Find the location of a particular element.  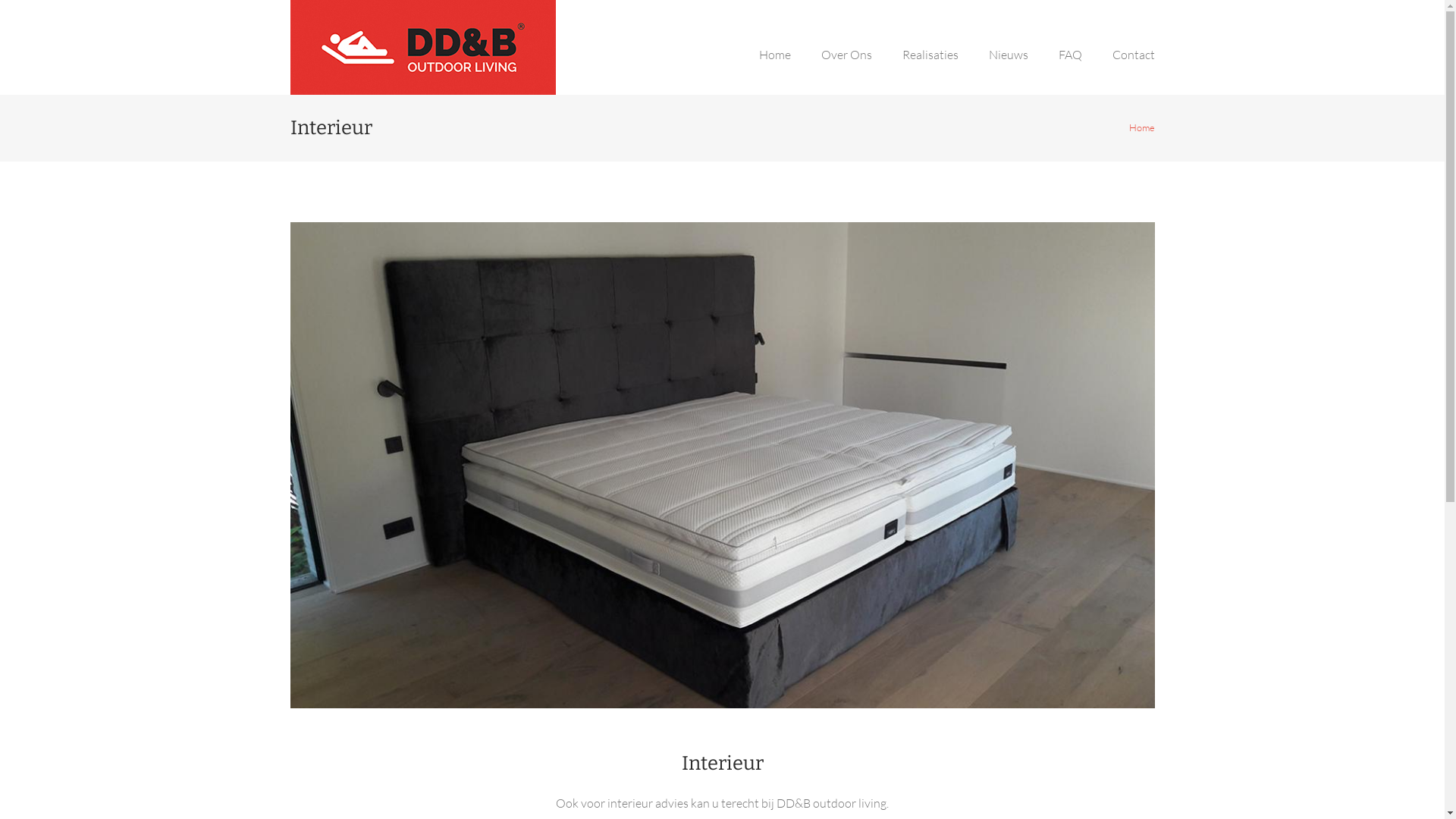

'Home' is located at coordinates (1141, 127).